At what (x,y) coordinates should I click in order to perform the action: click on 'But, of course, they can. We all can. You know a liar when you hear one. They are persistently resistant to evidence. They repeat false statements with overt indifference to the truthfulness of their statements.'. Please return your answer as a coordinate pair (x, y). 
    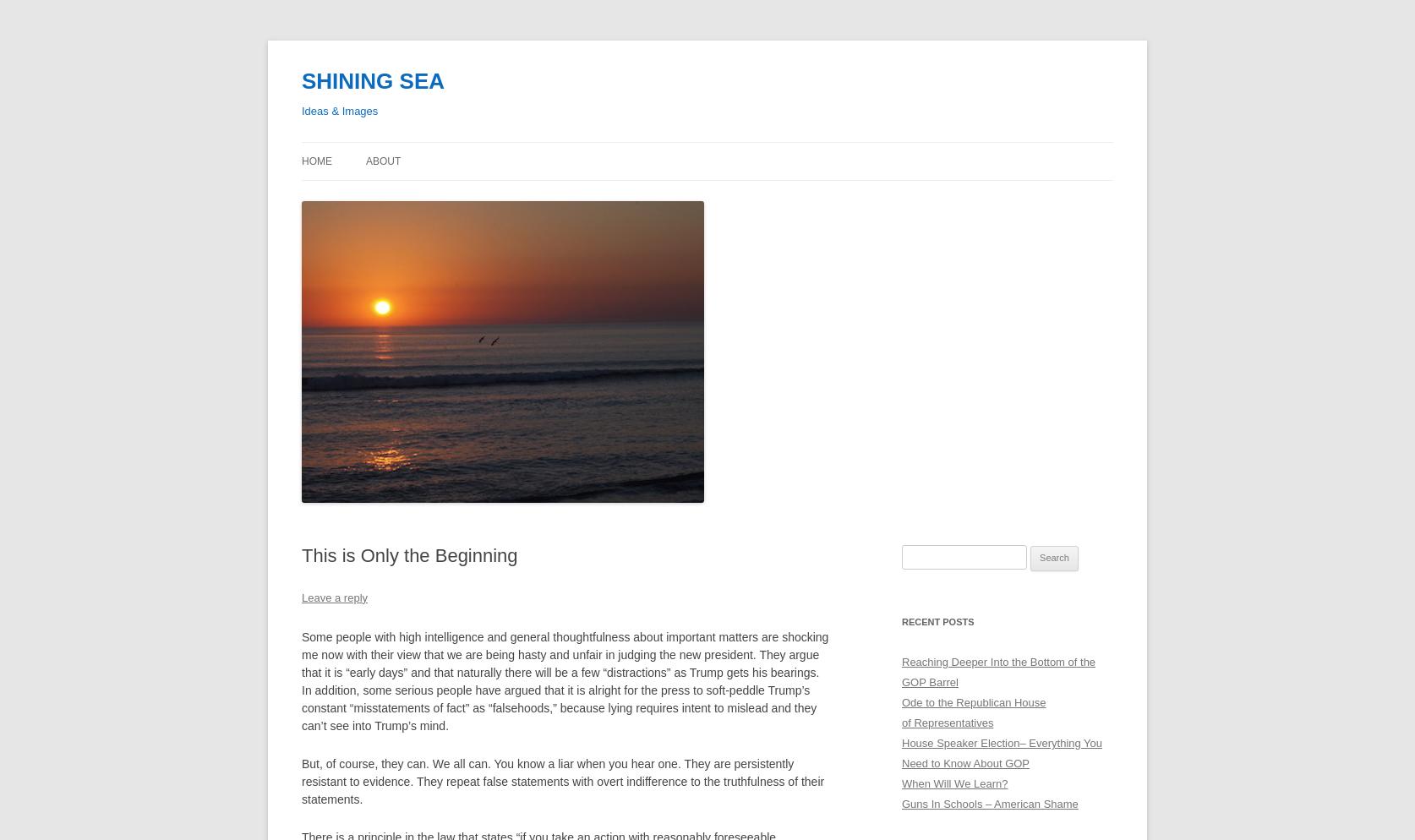
    Looking at the image, I should click on (302, 781).